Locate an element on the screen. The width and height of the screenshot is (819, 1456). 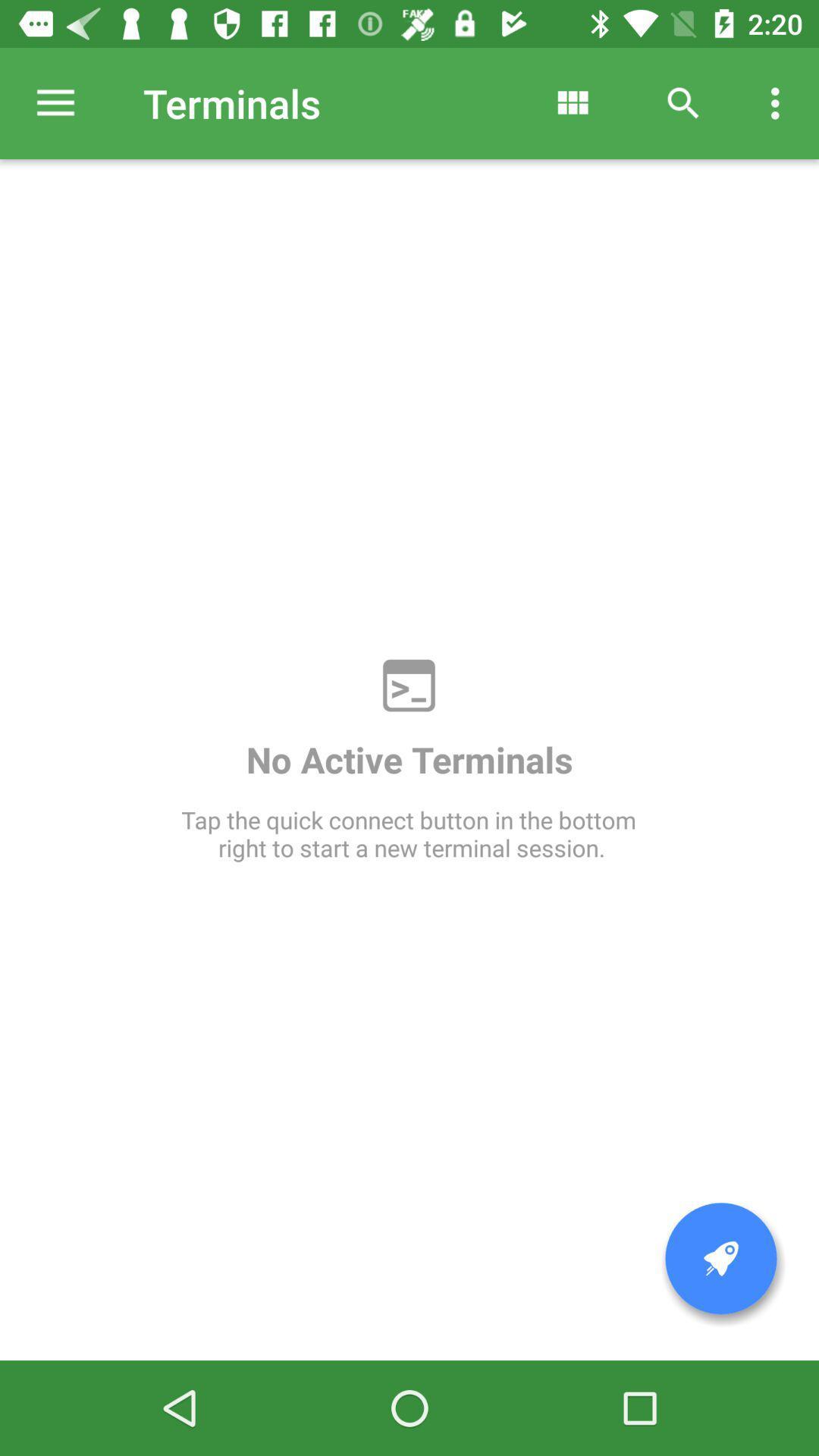
pin the page to front is located at coordinates (720, 1258).